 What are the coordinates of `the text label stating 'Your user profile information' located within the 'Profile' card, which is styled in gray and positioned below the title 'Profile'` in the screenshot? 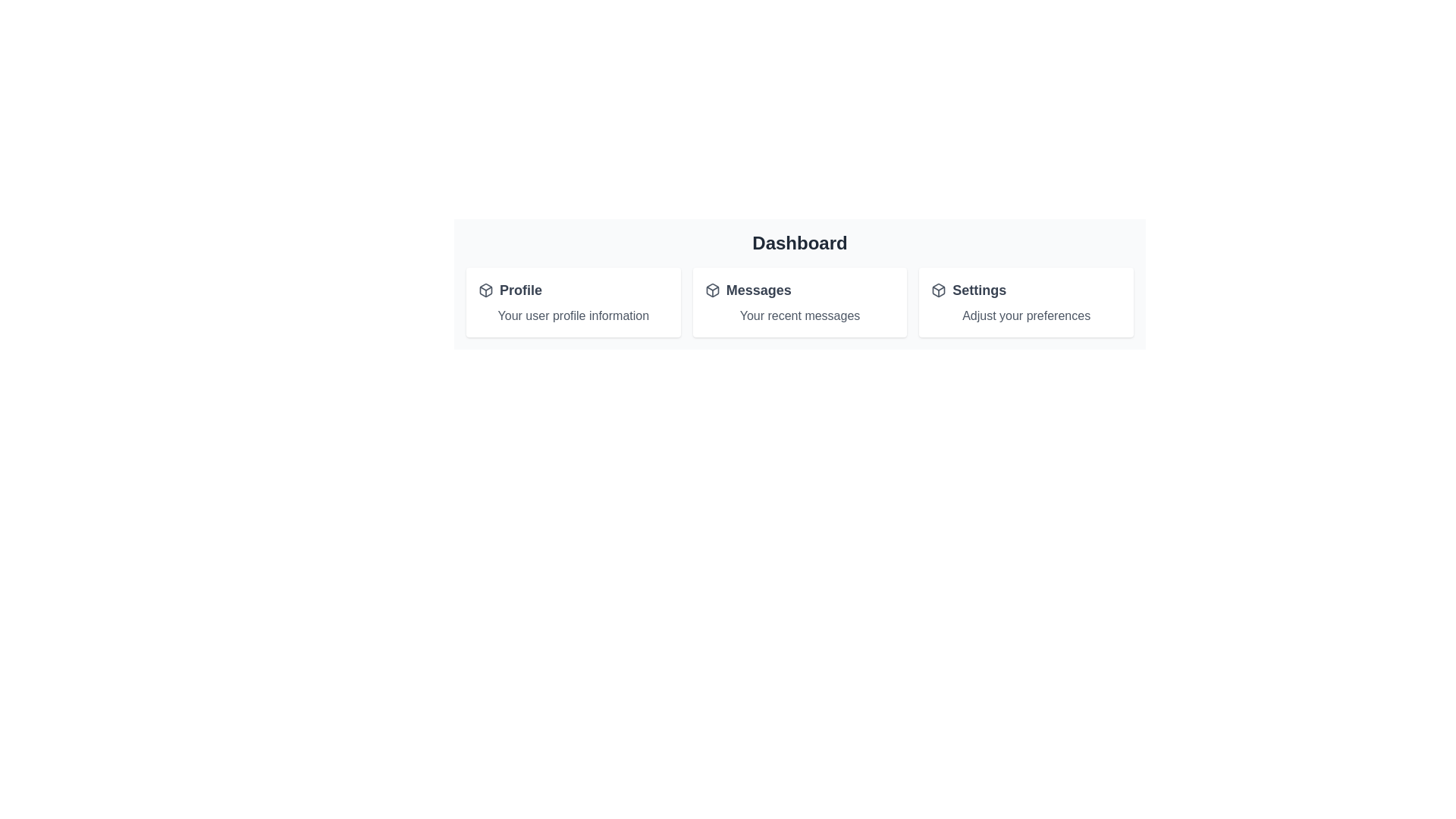 It's located at (573, 315).